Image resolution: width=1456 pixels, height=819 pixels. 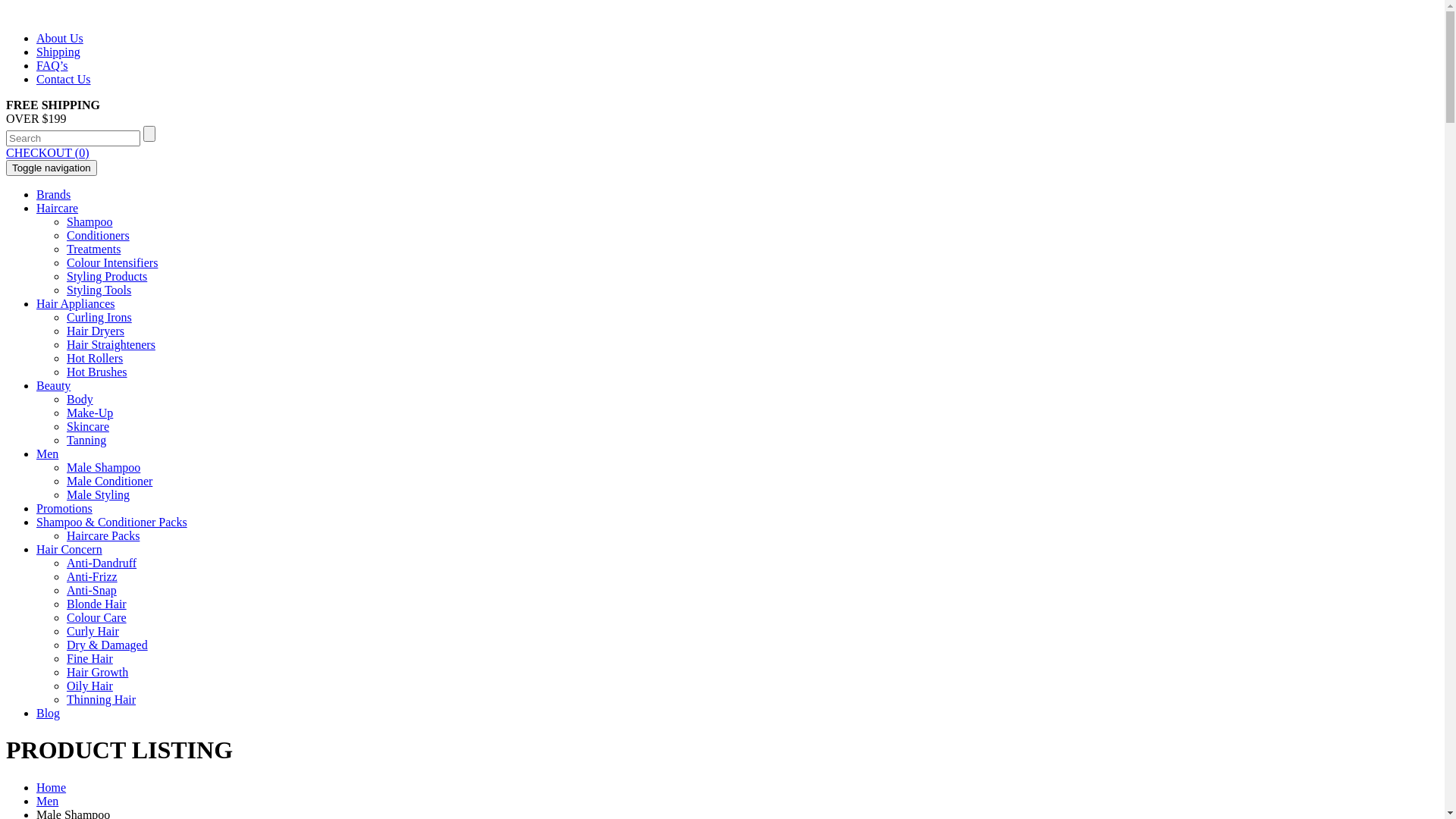 I want to click on 'Curly Hair', so click(x=92, y=631).